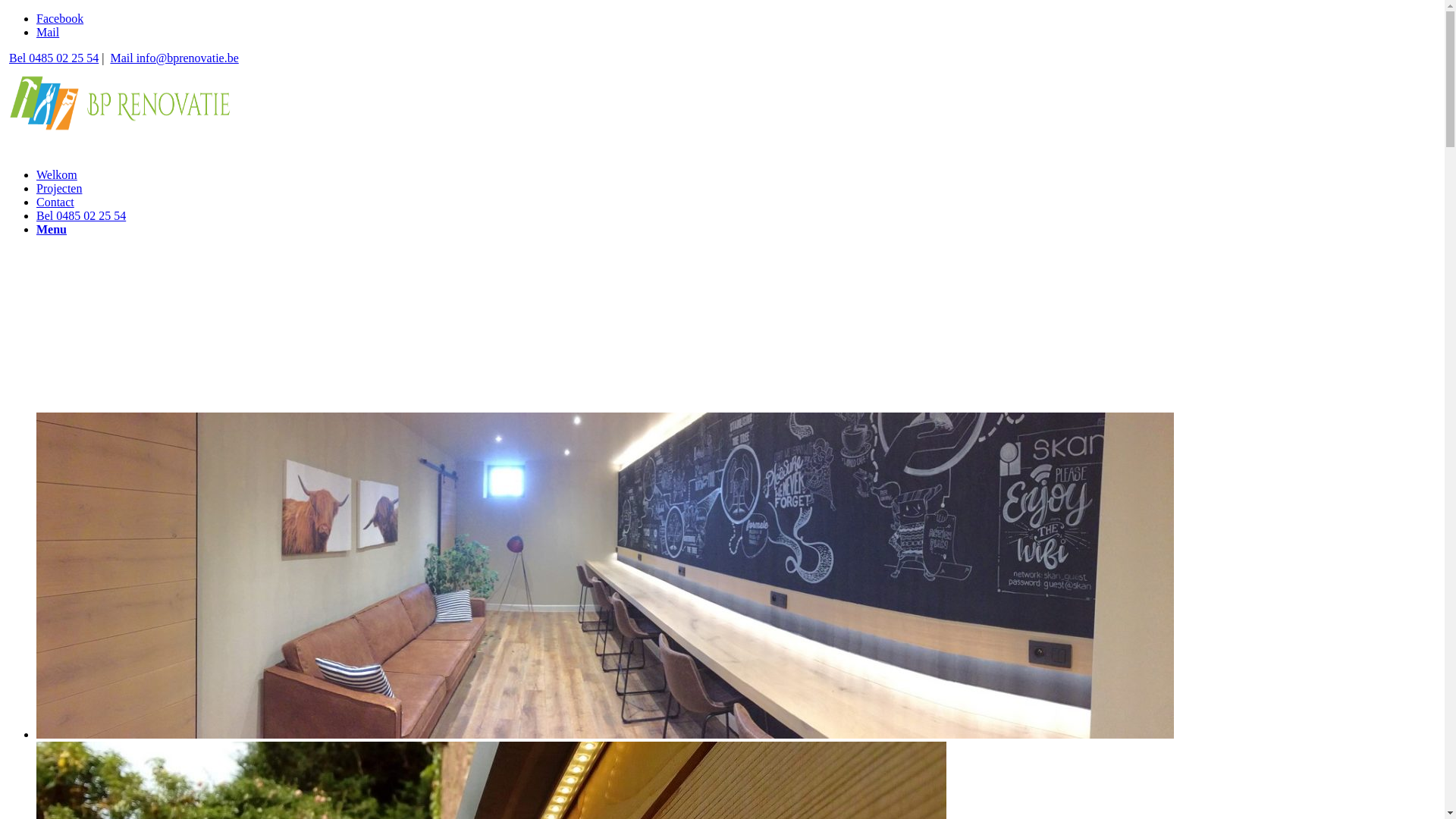  What do you see at coordinates (58, 187) in the screenshot?
I see `'Projecten'` at bounding box center [58, 187].